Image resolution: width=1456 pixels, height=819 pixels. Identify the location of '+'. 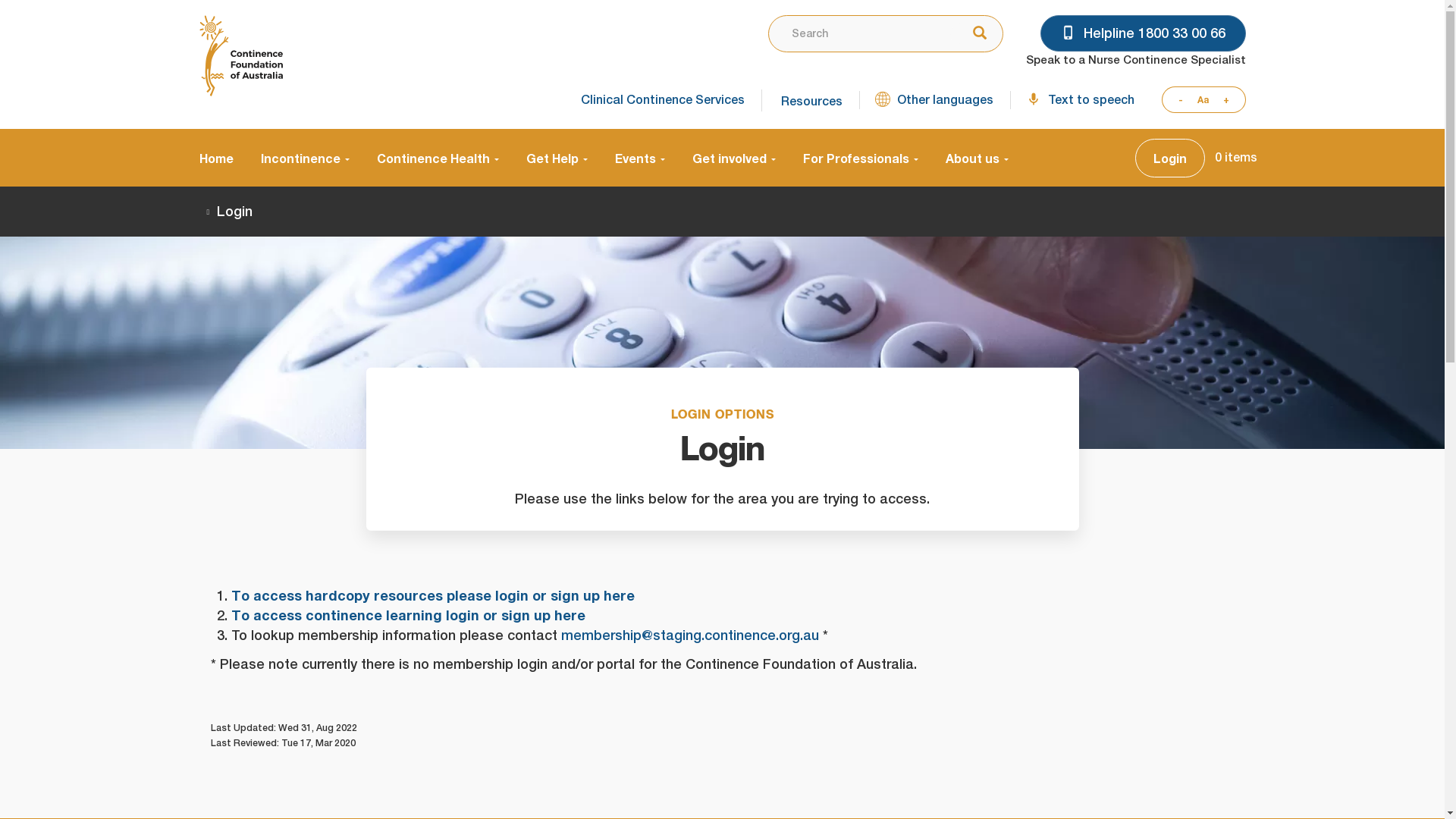
(1230, 99).